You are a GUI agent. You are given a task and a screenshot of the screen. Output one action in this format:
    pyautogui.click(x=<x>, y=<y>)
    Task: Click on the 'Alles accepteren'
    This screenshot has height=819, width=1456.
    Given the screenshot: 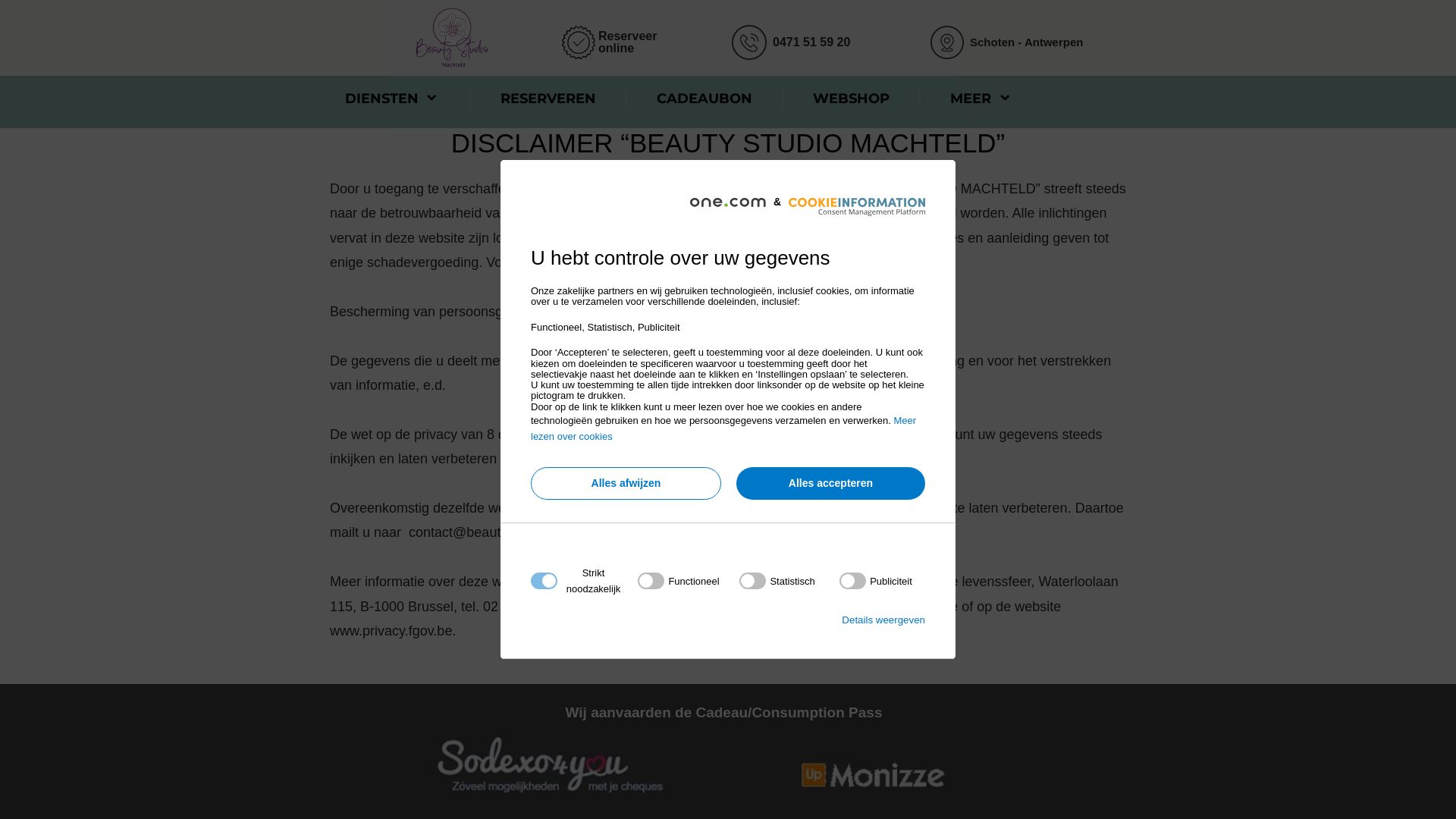 What is the action you would take?
    pyautogui.click(x=830, y=483)
    